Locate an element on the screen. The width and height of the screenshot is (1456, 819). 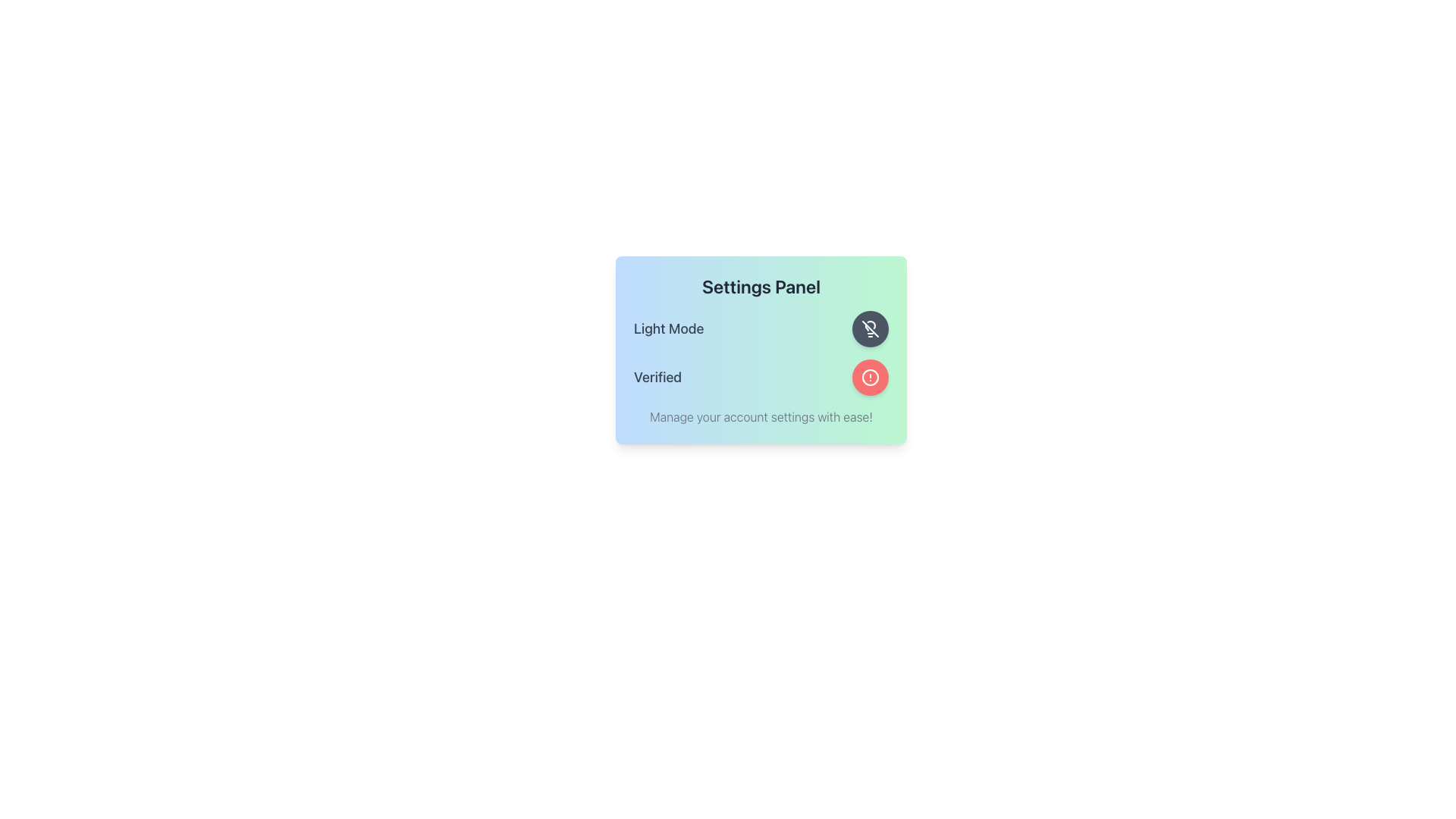
the Circular graphic that is part of the alert or notification icon located next to the 'Verified' label in the settings panel interface is located at coordinates (870, 376).